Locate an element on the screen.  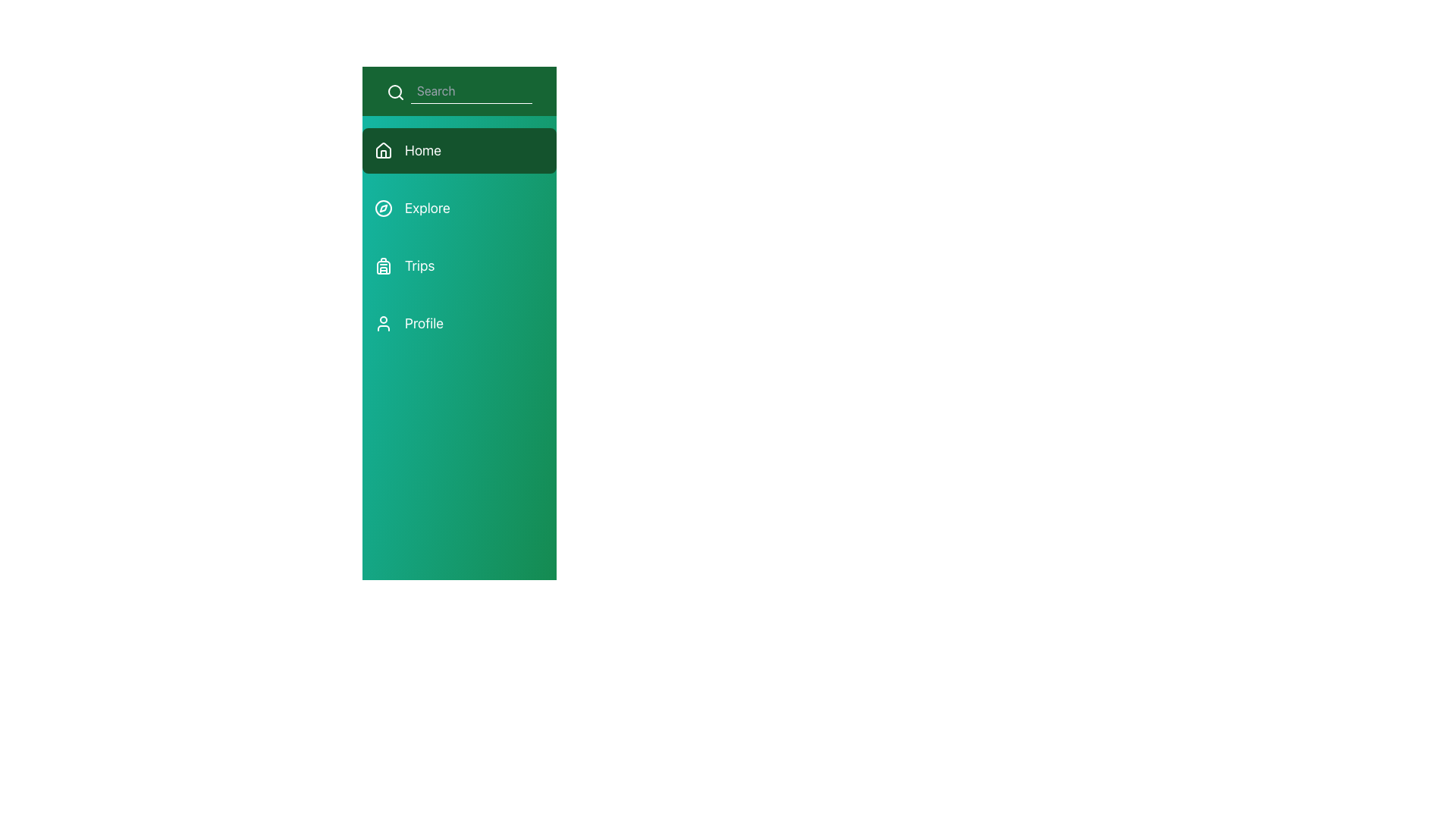
the 'Explore' button, which is the second button in a vertical list is located at coordinates (458, 208).